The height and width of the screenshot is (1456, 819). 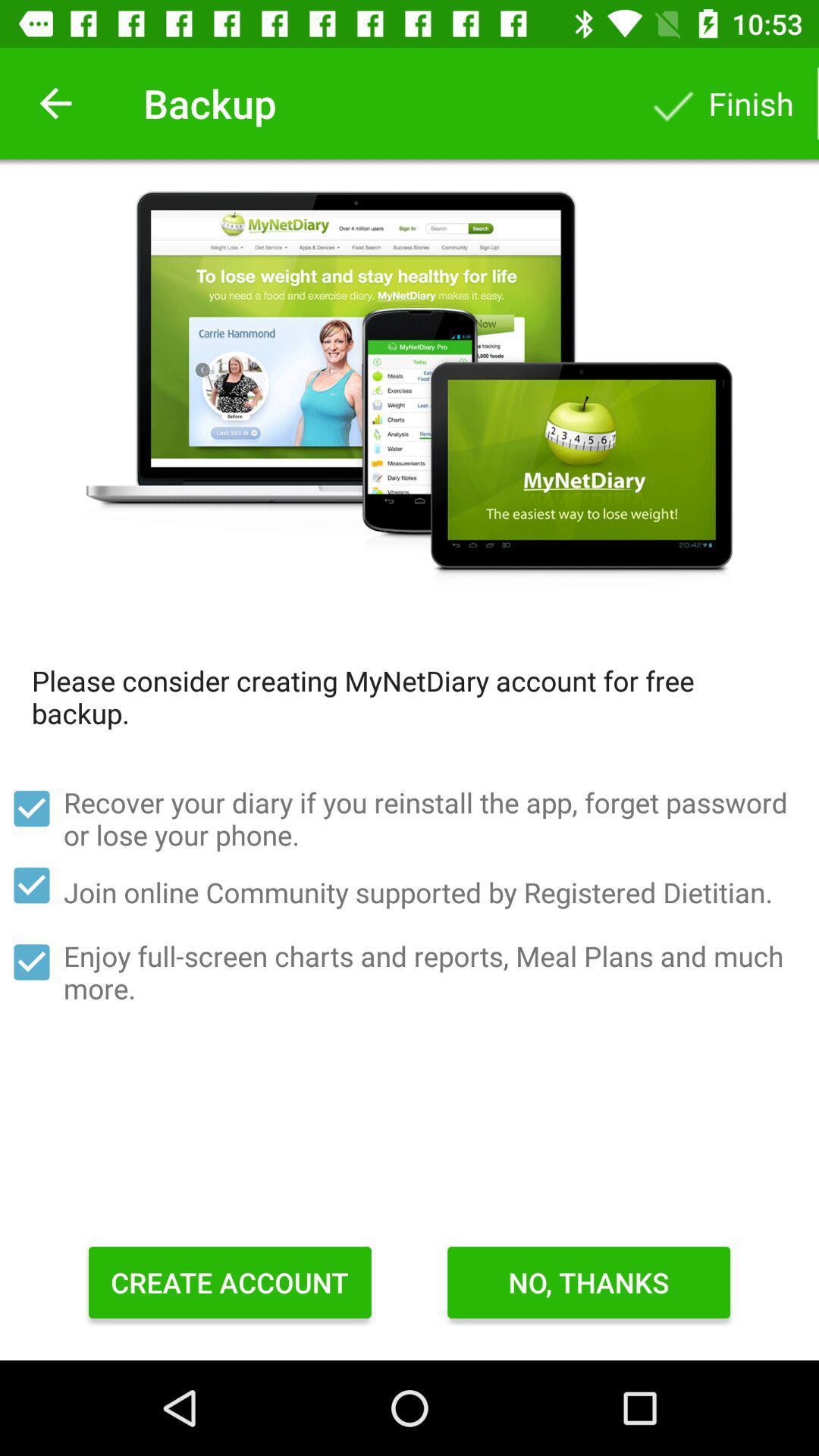 I want to click on create account item, so click(x=230, y=1282).